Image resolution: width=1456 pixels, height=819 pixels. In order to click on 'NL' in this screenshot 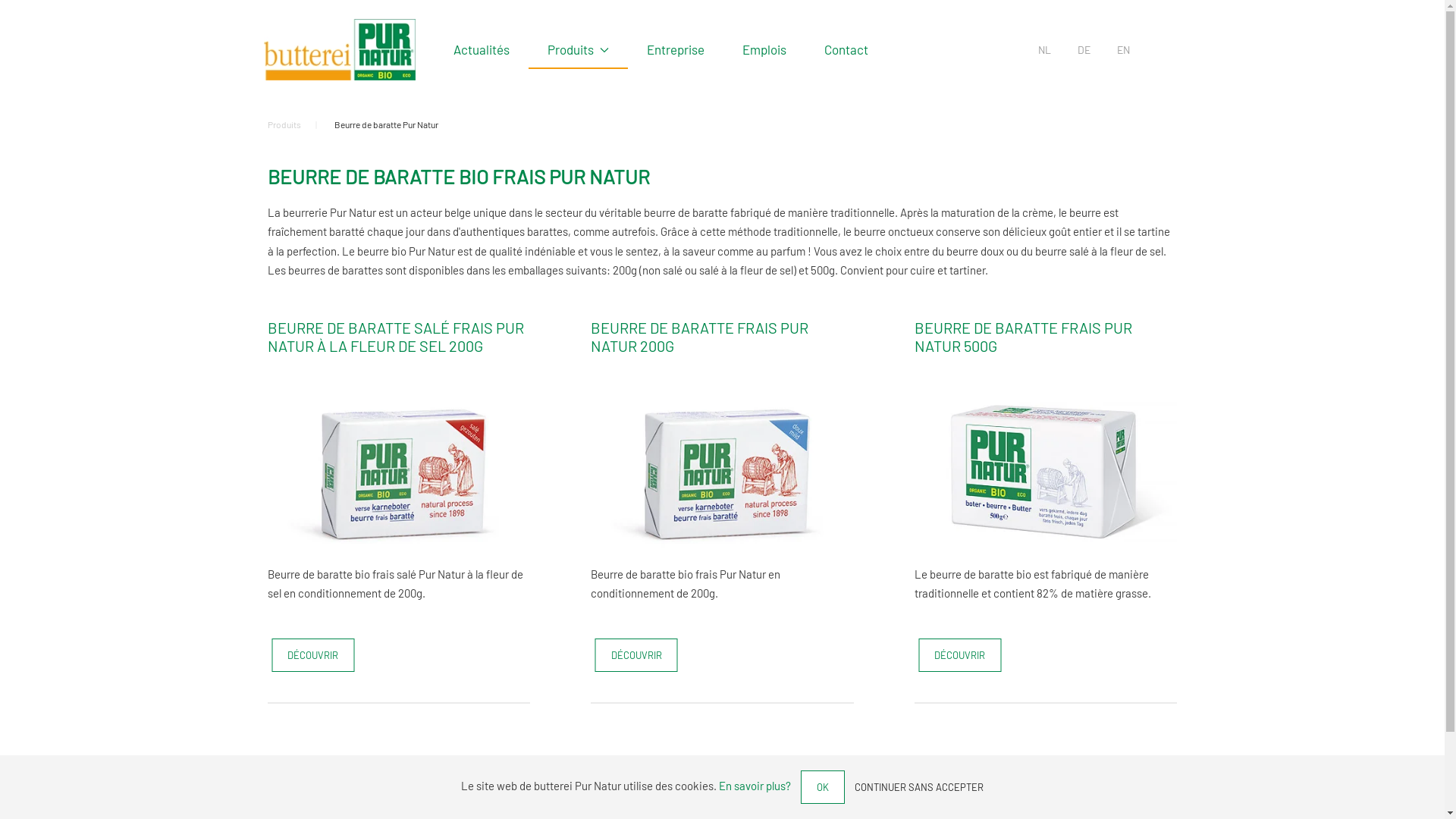, I will do `click(1043, 49)`.